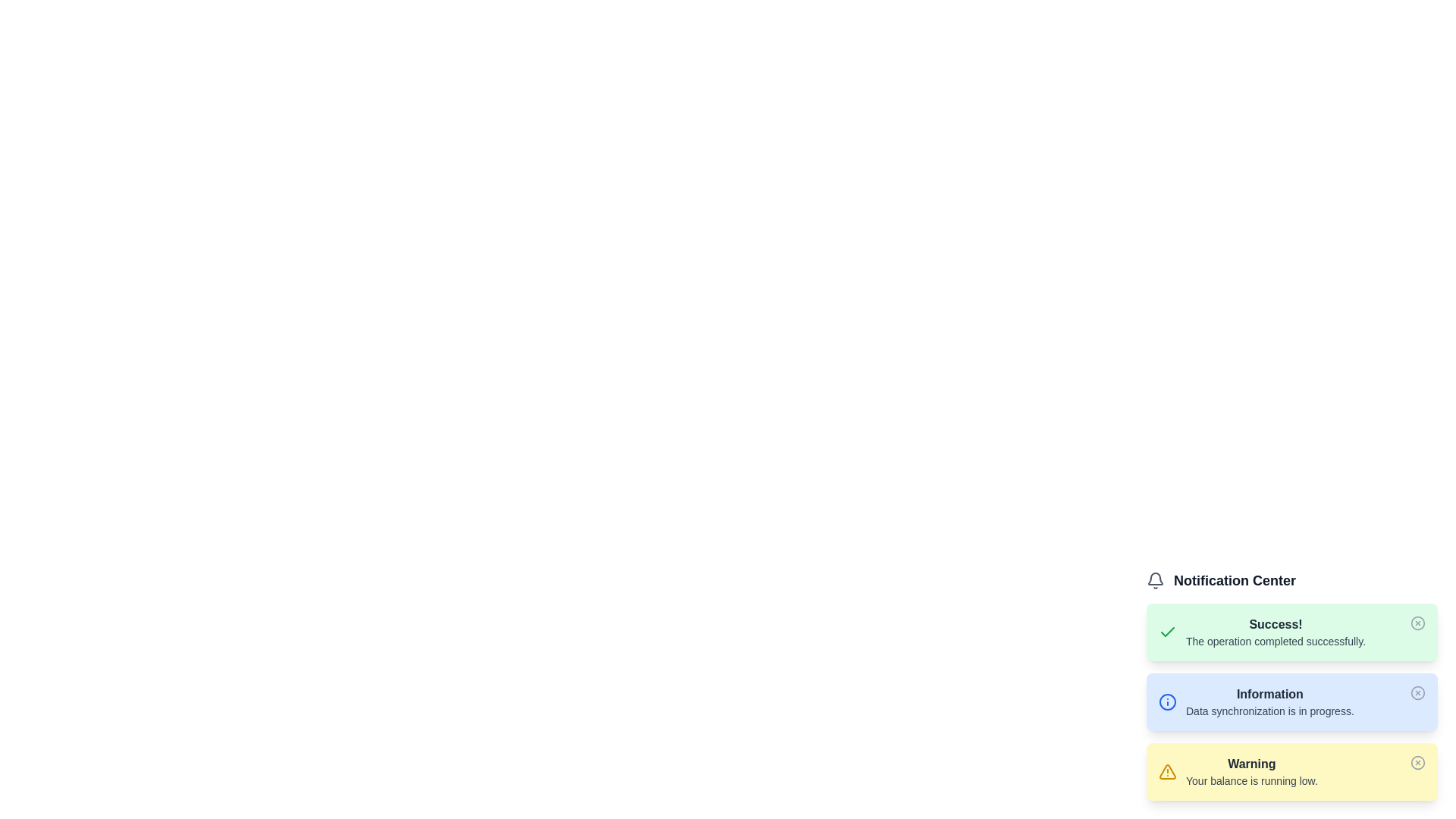 The width and height of the screenshot is (1456, 819). Describe the element at coordinates (1167, 701) in the screenshot. I see `the inner circular component of the 'Information' notification icon located in the middle of the notification list` at that location.